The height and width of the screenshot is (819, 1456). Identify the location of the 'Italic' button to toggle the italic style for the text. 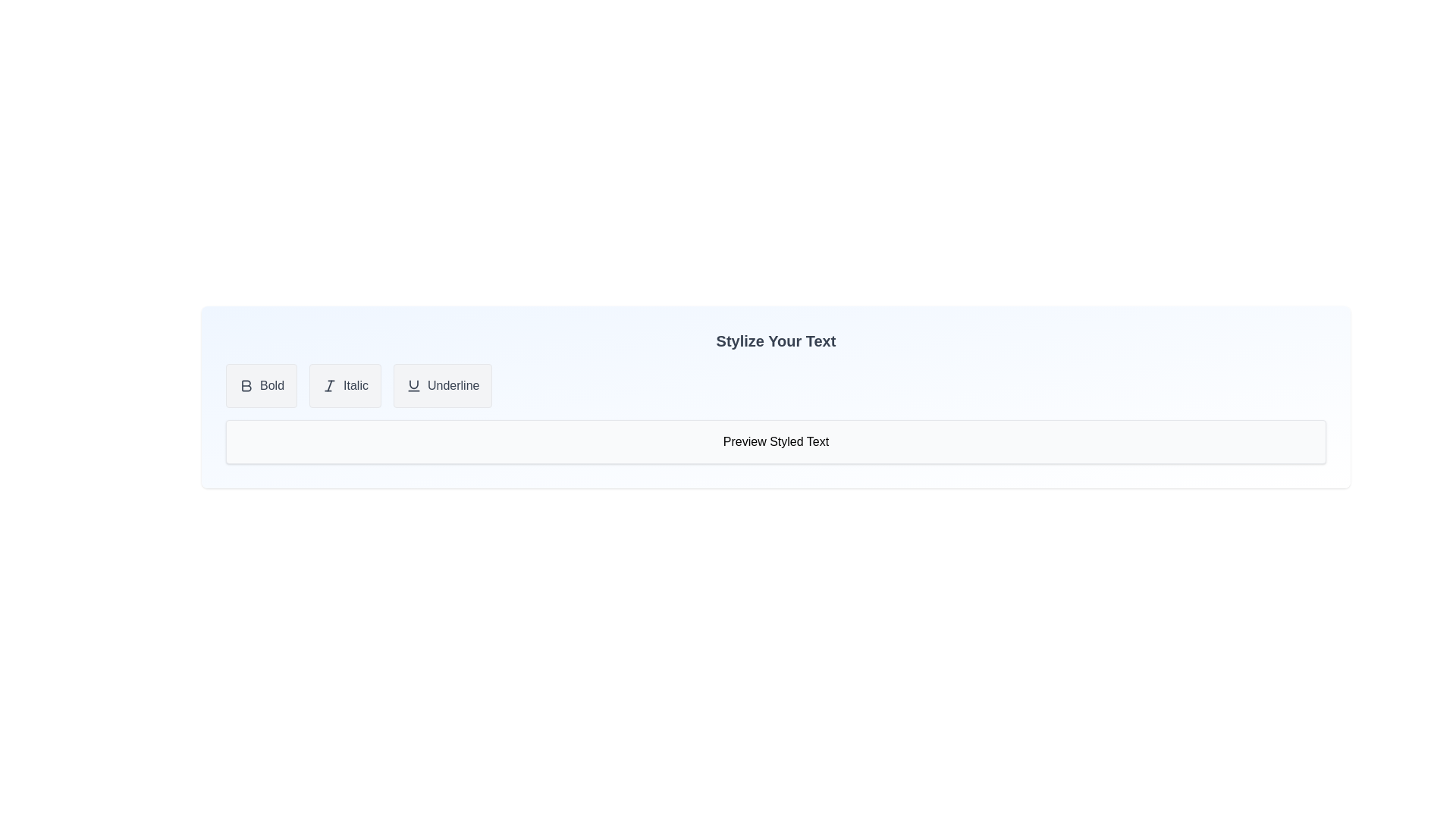
(344, 385).